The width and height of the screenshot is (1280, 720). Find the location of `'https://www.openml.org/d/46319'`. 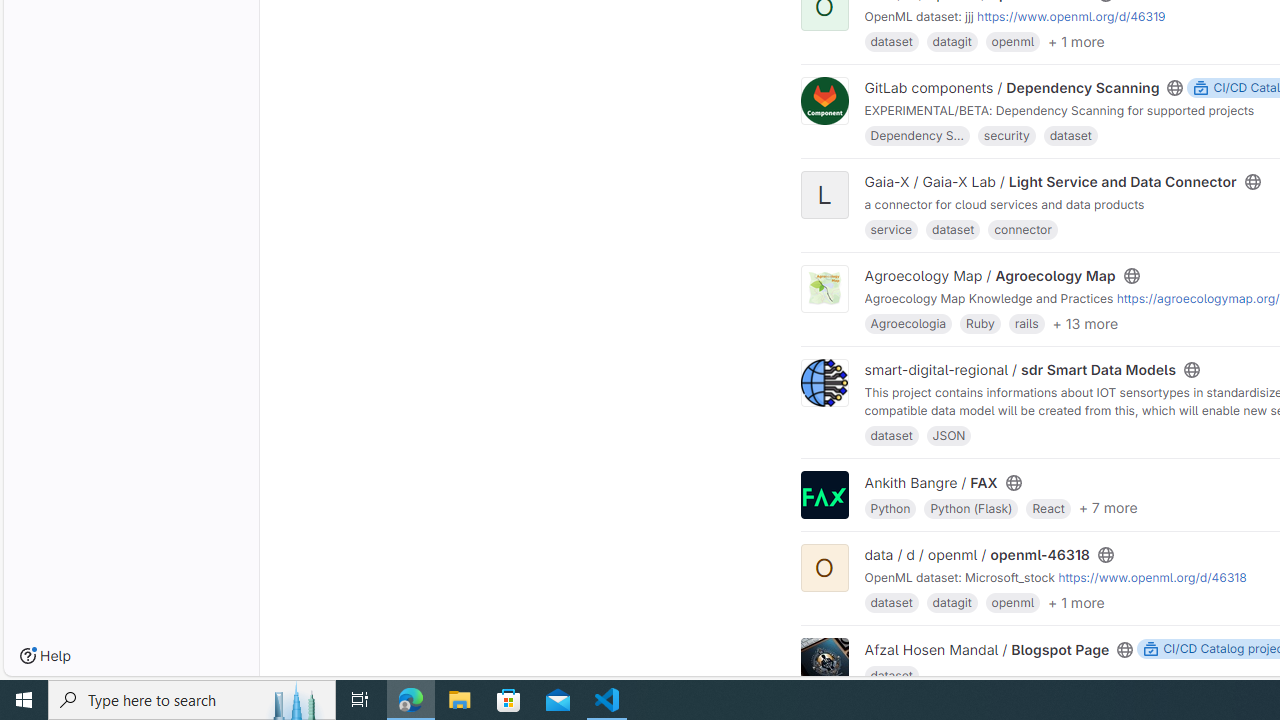

'https://www.openml.org/d/46319' is located at coordinates (1070, 16).